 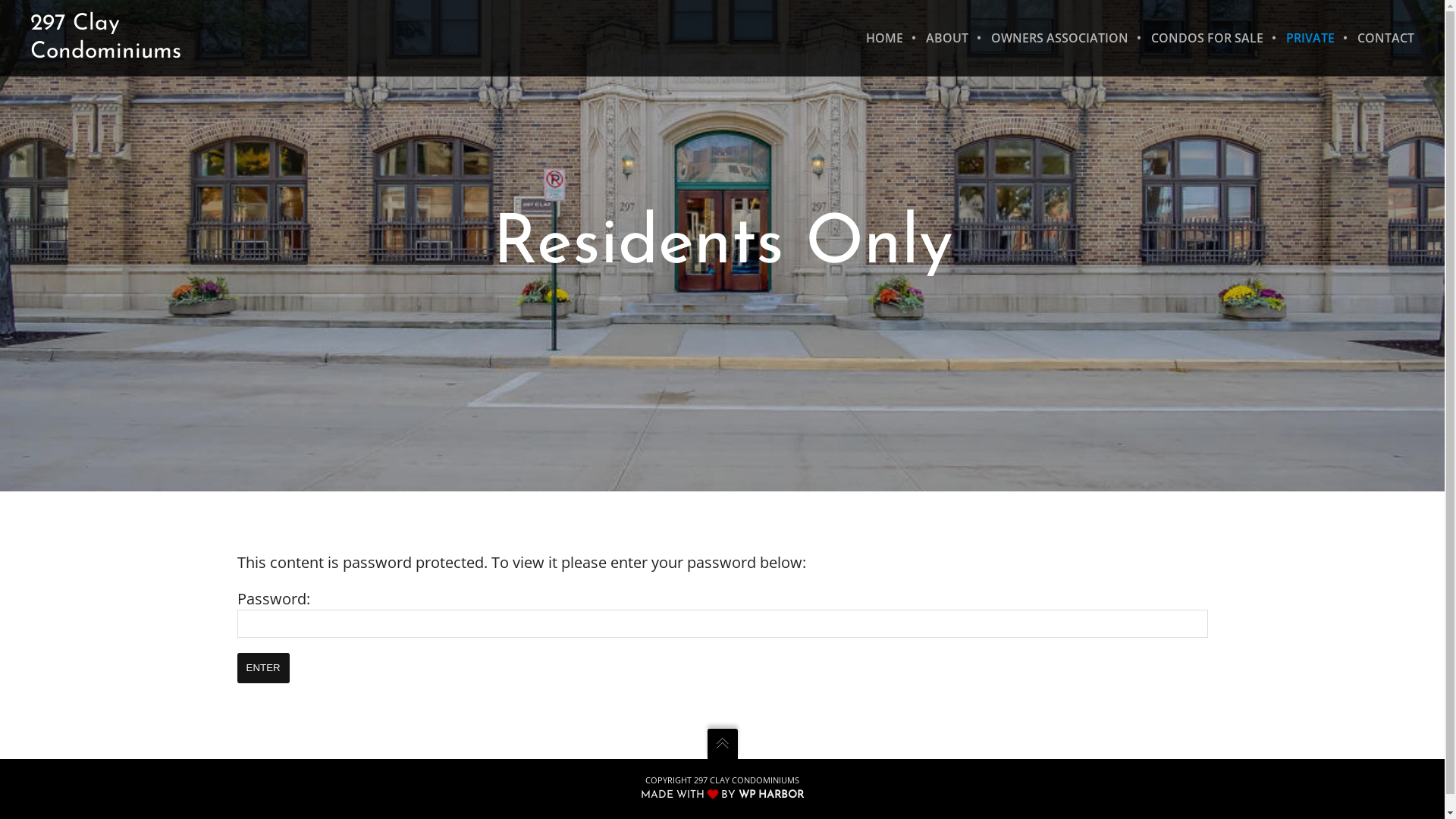 What do you see at coordinates (739, 793) in the screenshot?
I see `'WP HARBOR'` at bounding box center [739, 793].